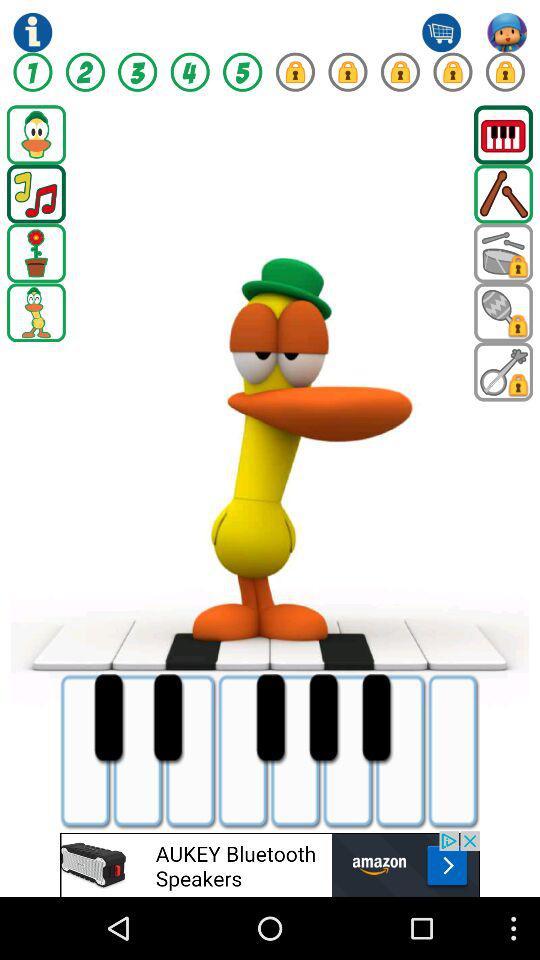  I want to click on music button, so click(36, 194).